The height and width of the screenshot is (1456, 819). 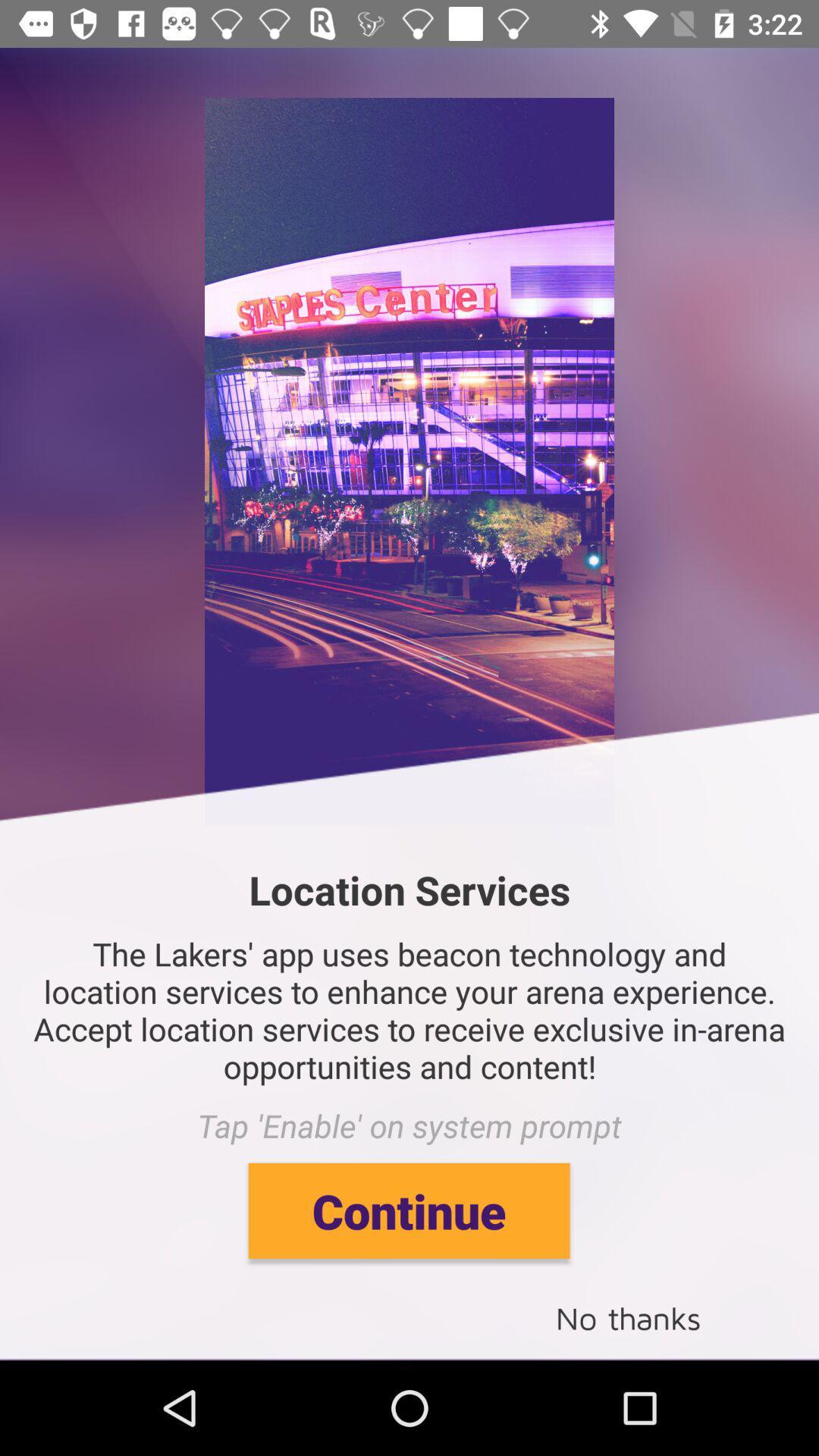 What do you see at coordinates (408, 1210) in the screenshot?
I see `continue item` at bounding box center [408, 1210].